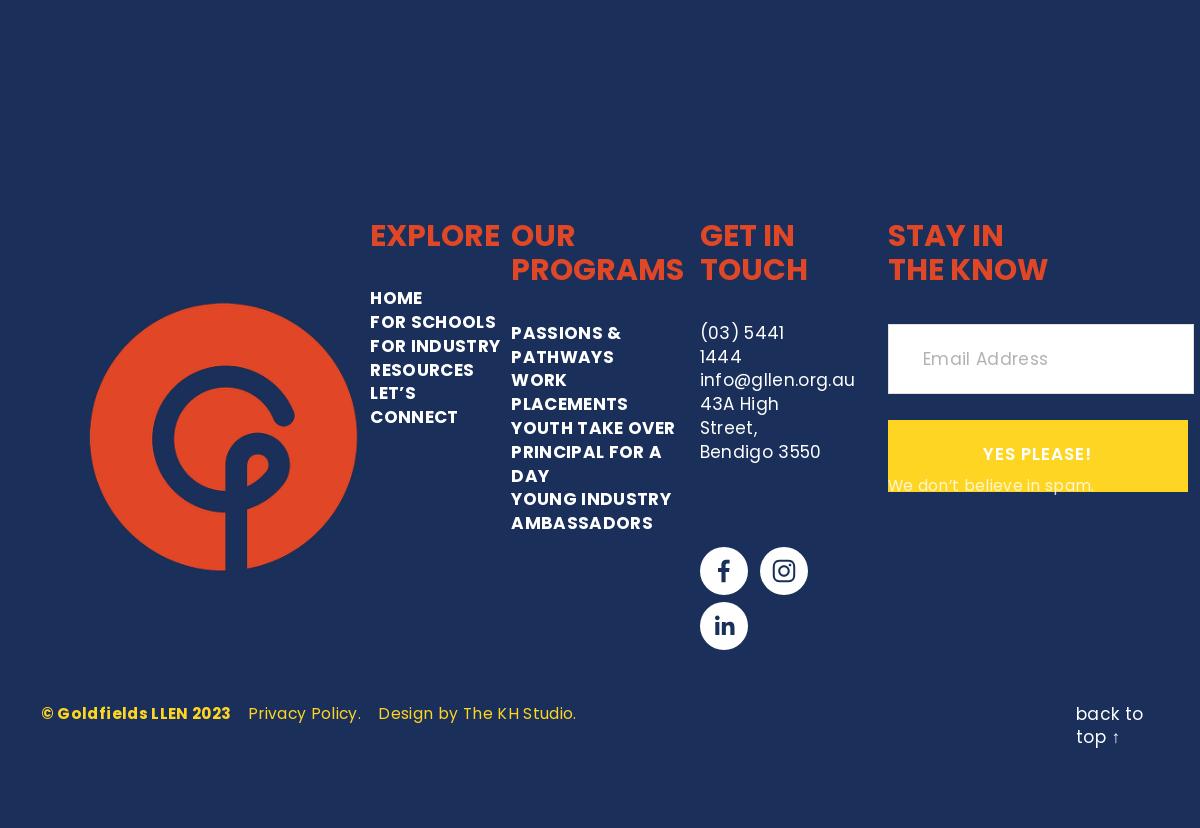 The image size is (1200, 828). What do you see at coordinates (992, 289) in the screenshot?
I see `'We don’t believe in spam.'` at bounding box center [992, 289].